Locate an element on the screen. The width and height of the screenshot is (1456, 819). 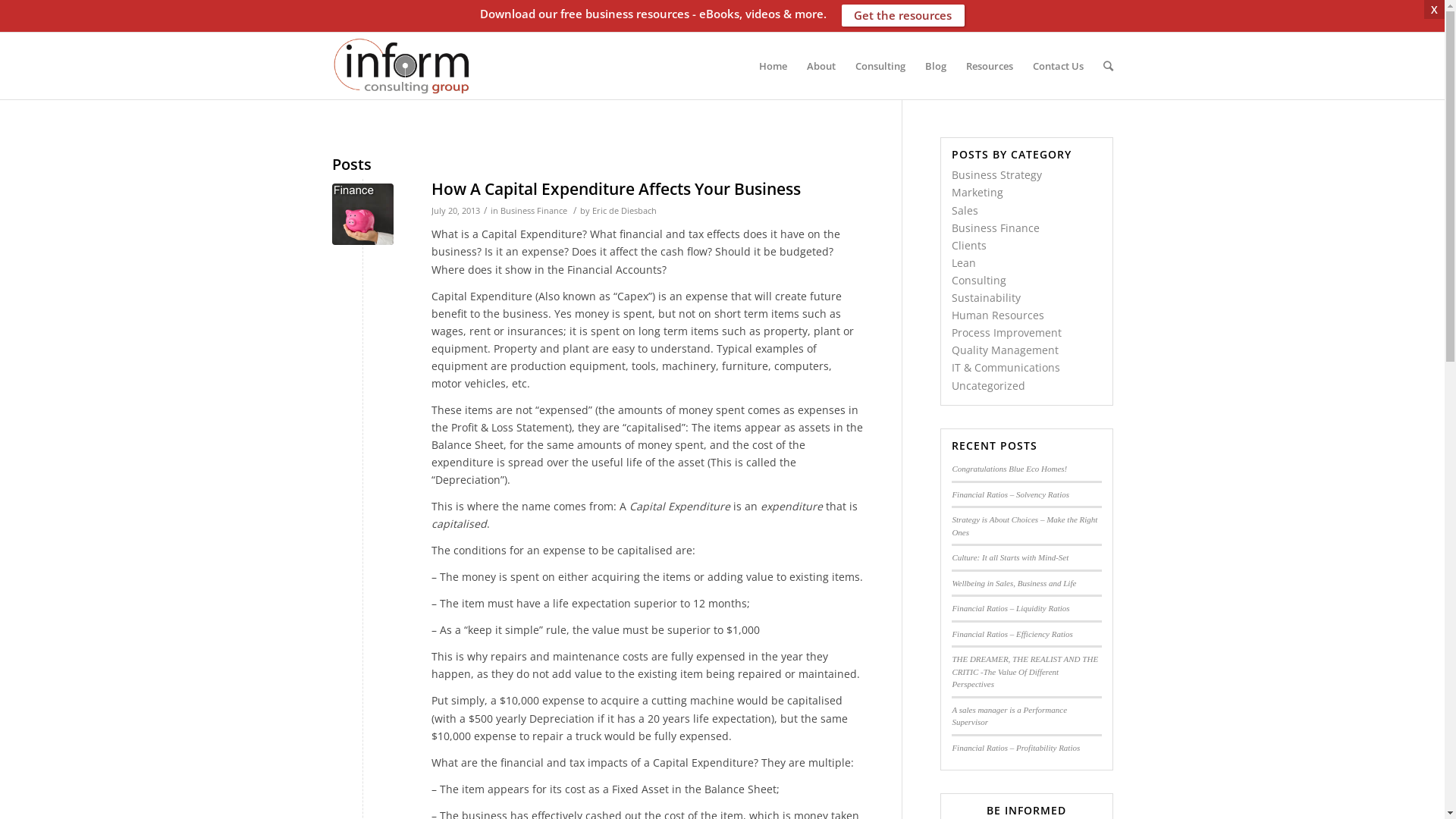
'Uncategorized' is located at coordinates (950, 384).